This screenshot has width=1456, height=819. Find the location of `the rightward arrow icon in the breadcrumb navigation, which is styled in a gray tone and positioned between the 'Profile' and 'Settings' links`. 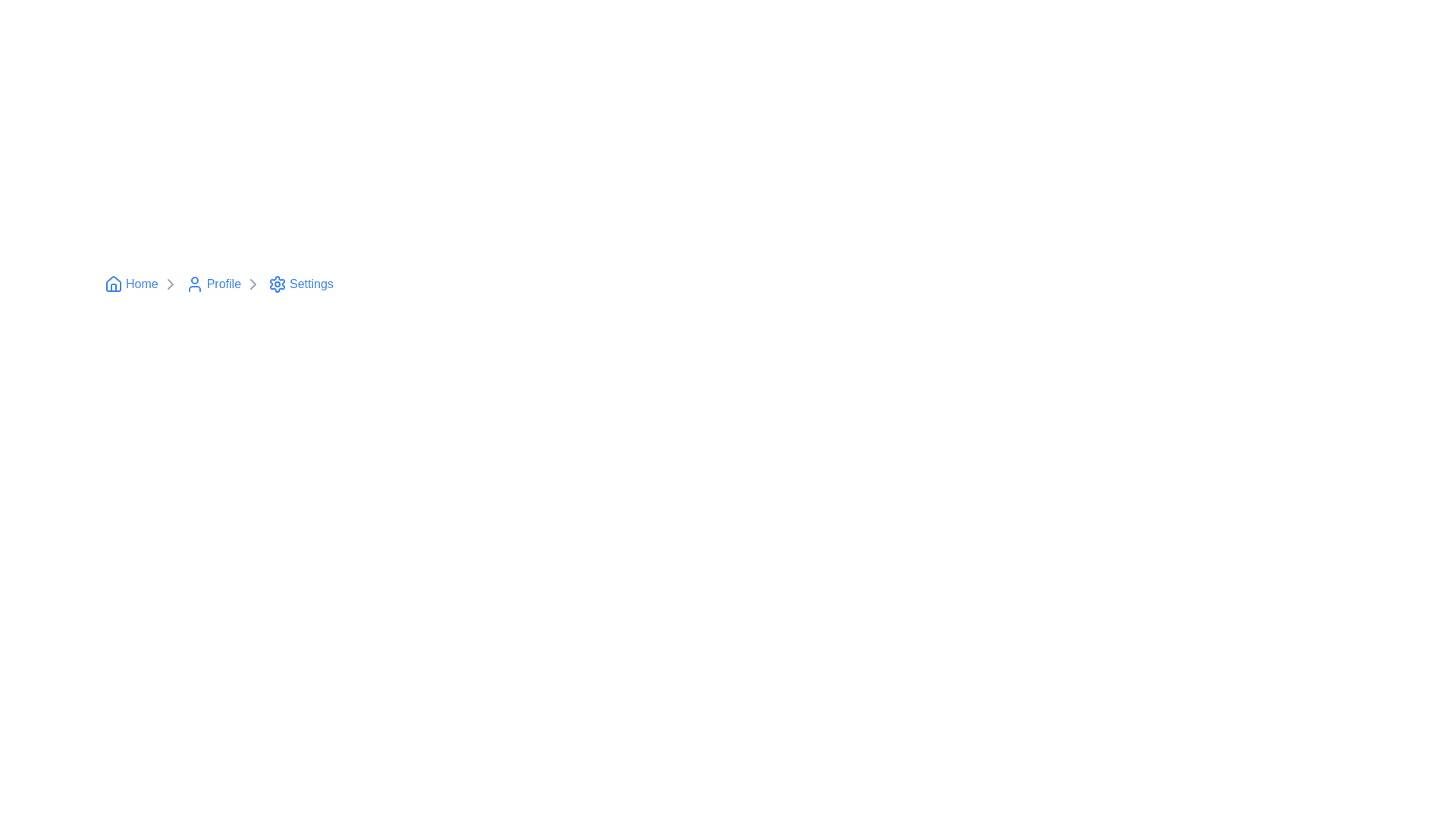

the rightward arrow icon in the breadcrumb navigation, which is styled in a gray tone and positioned between the 'Profile' and 'Settings' links is located at coordinates (170, 284).